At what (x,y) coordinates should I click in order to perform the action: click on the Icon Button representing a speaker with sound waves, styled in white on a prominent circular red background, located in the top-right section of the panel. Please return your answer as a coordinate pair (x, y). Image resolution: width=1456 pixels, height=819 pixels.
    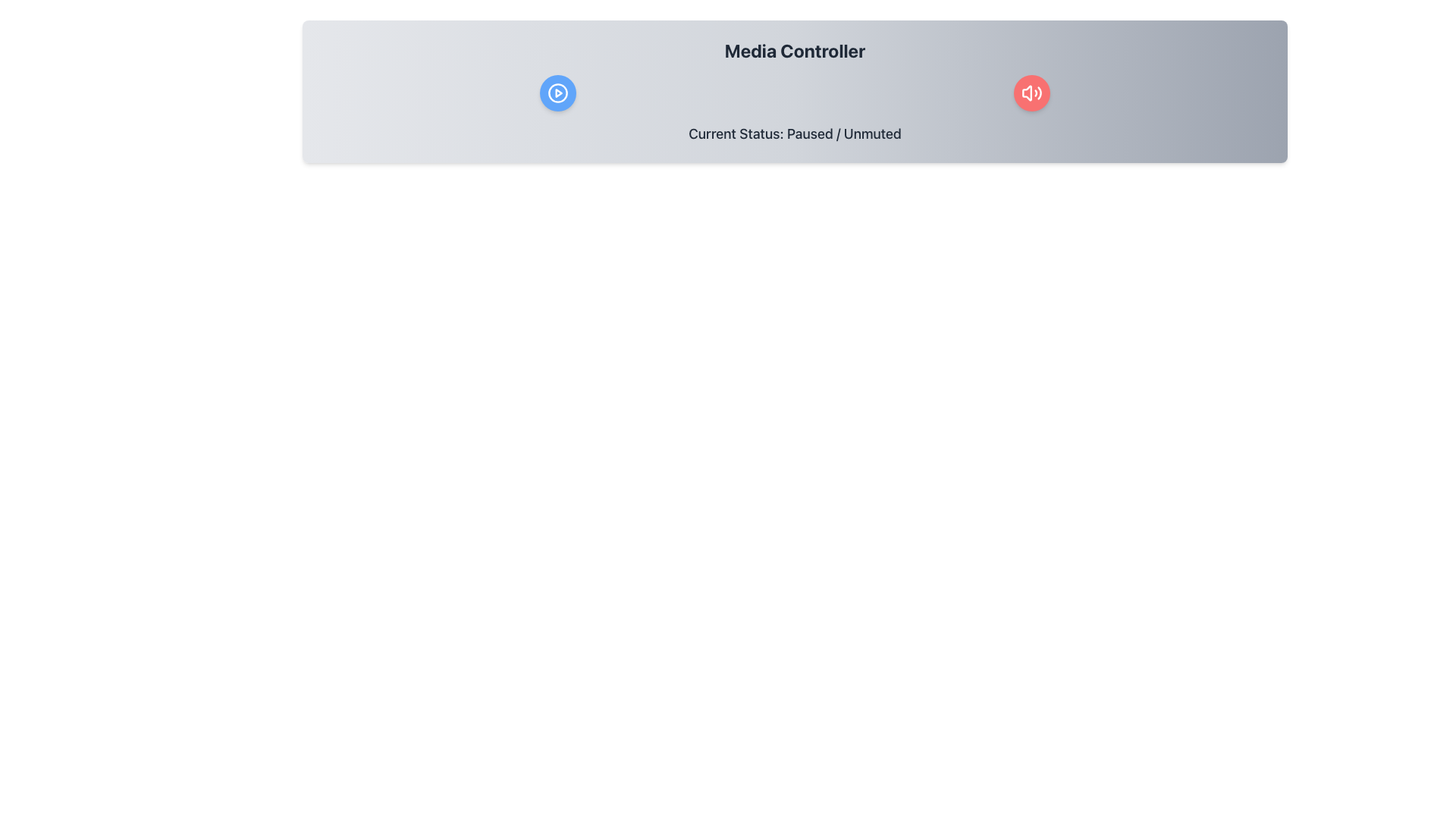
    Looking at the image, I should click on (1031, 93).